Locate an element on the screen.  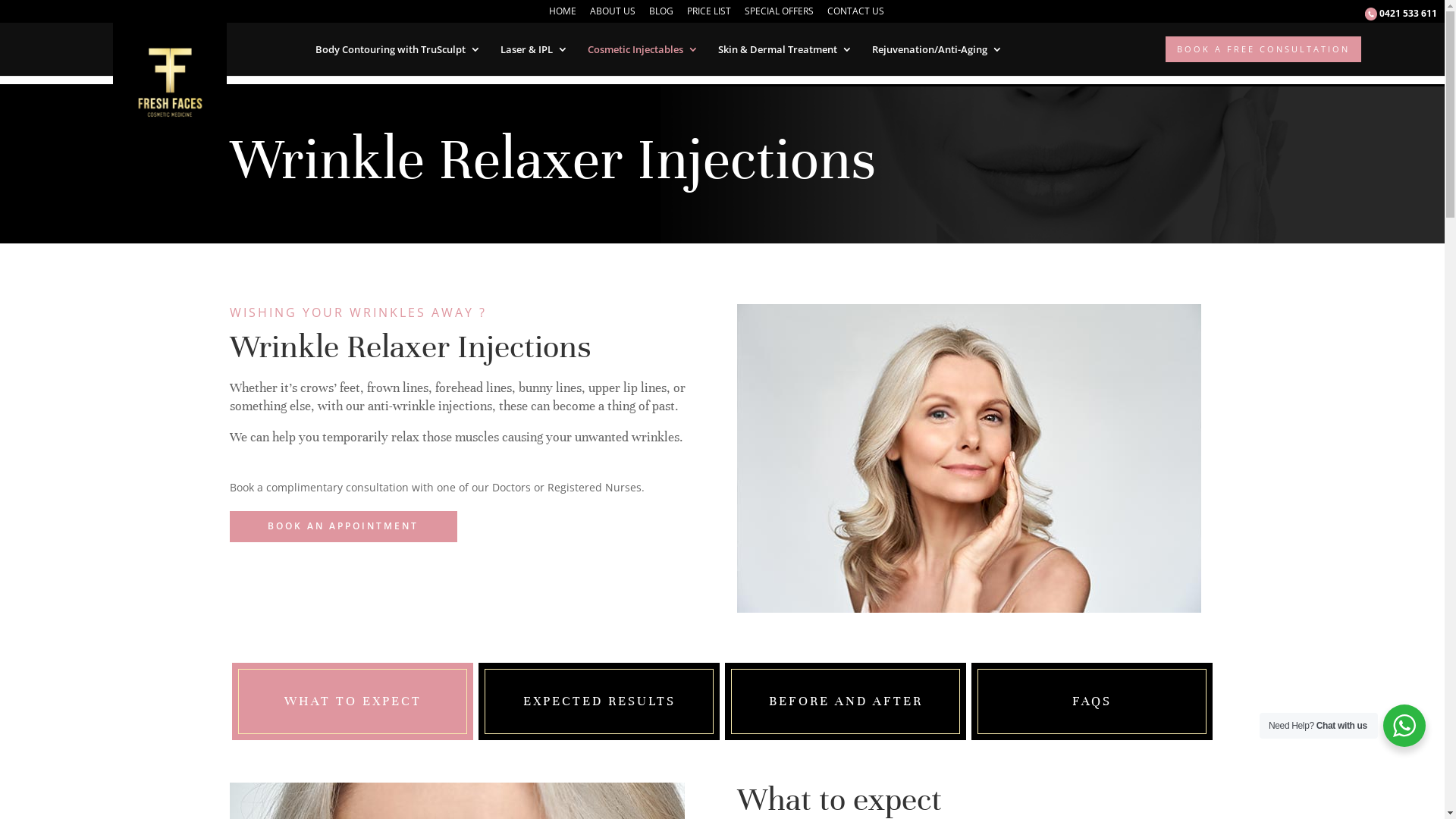
'Rejuvenation/Anti-Aging' is located at coordinates (937, 49).